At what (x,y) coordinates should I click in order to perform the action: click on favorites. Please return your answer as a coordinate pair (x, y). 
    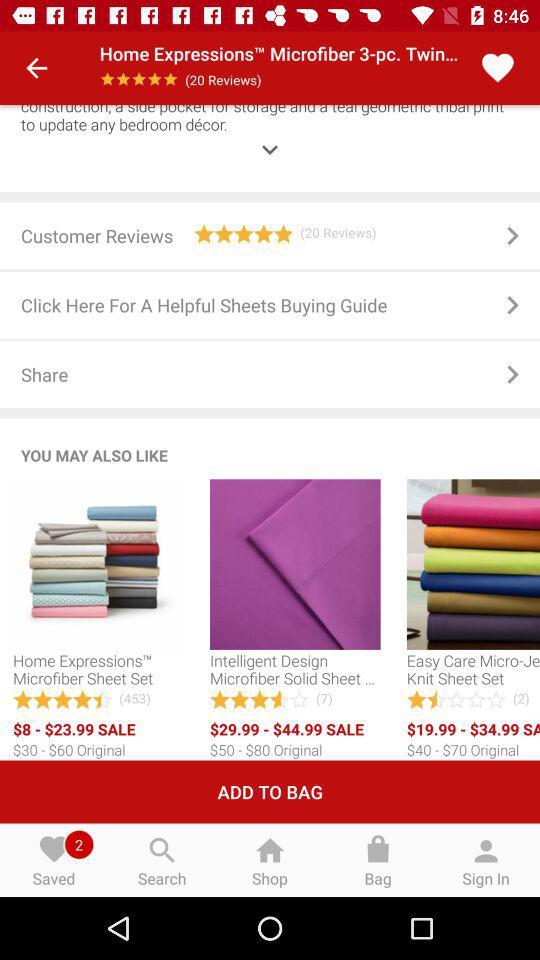
    Looking at the image, I should click on (496, 68).